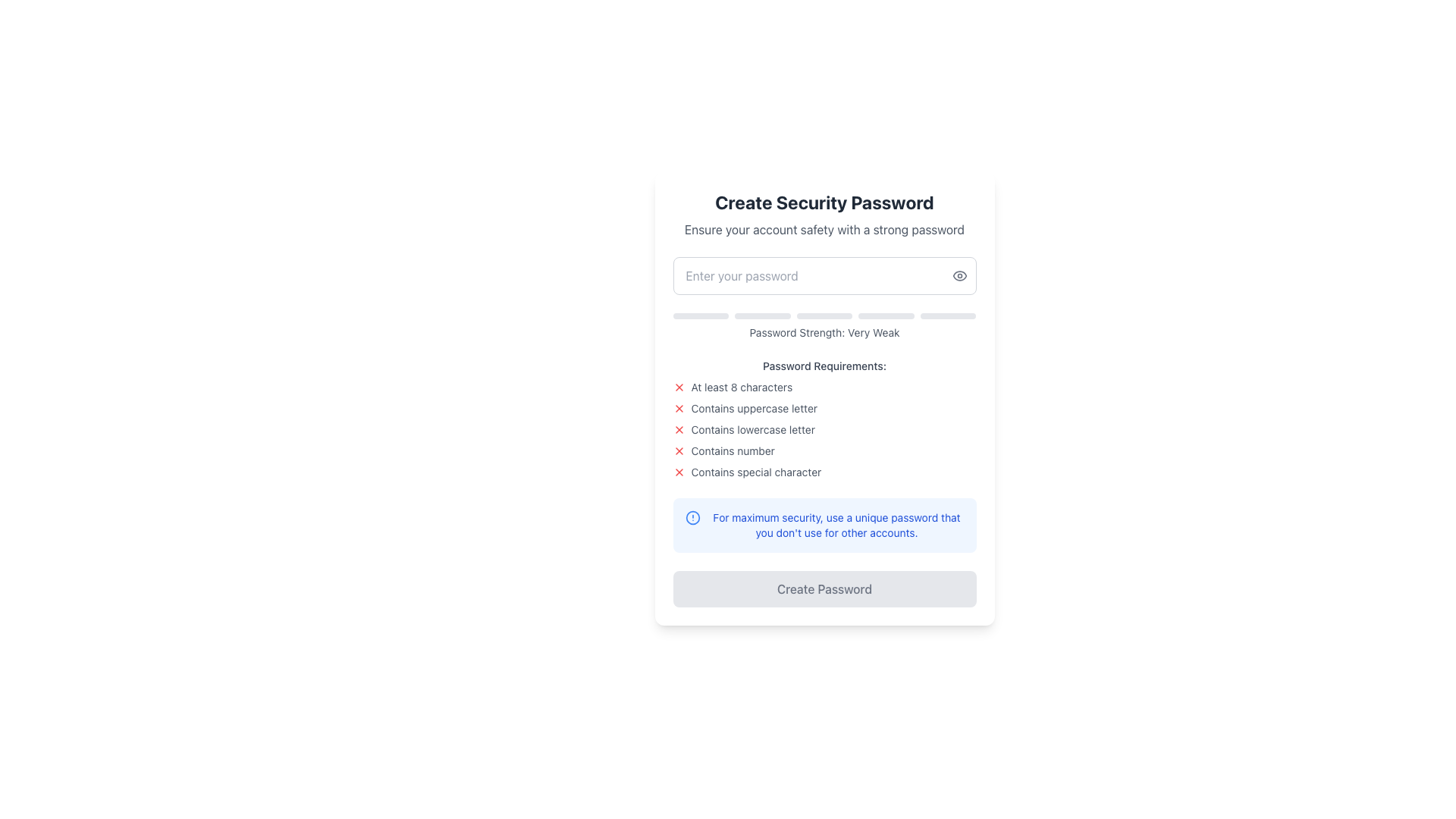 This screenshot has height=819, width=1456. I want to click on the third progress indicator segment, which is a horizontal rectangular bar with a gray background, part of a password strength visual indicator located below the password input field, so click(824, 315).